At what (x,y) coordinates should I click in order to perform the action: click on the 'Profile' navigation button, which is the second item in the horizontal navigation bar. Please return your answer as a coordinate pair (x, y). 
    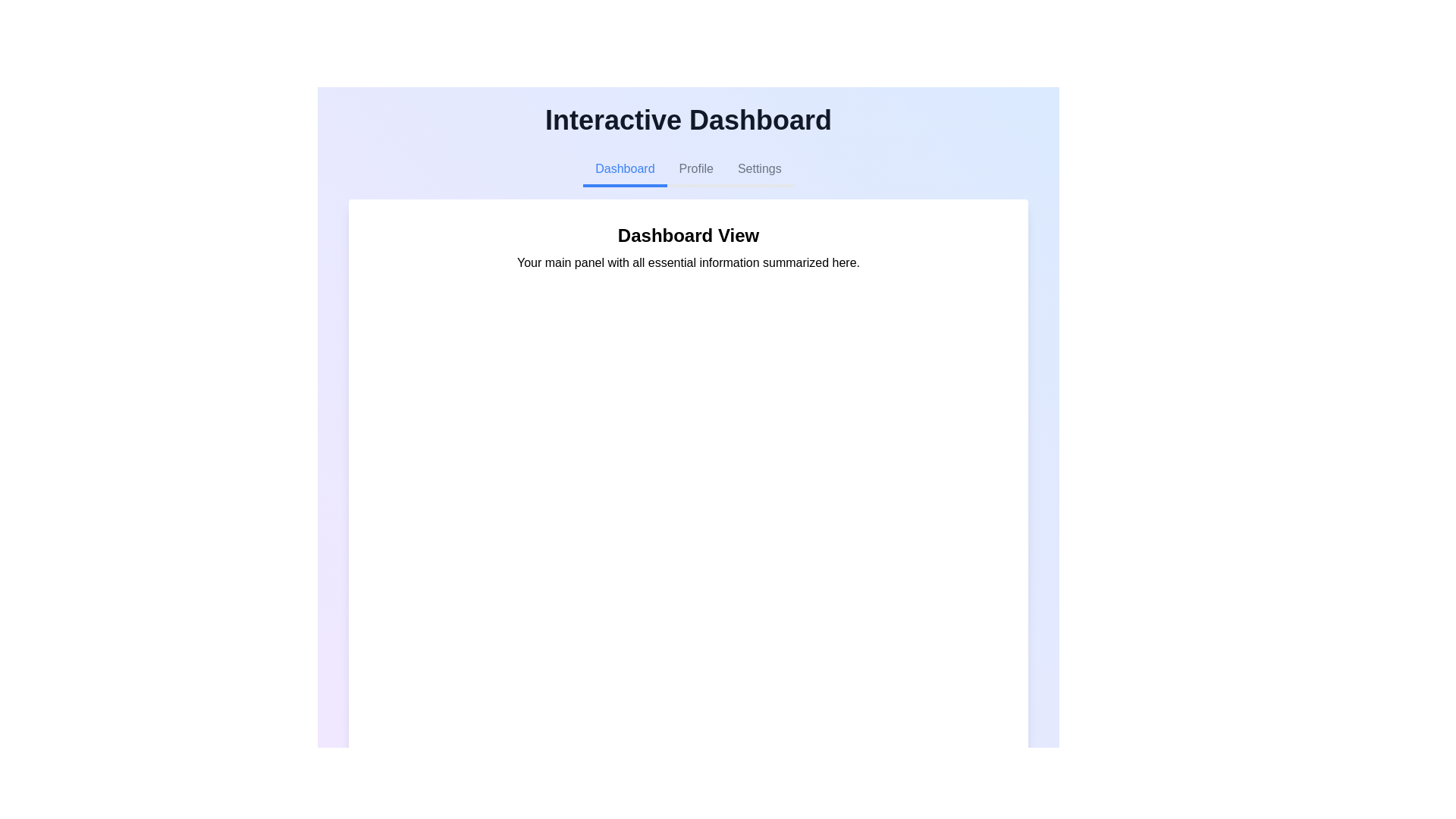
    Looking at the image, I should click on (695, 170).